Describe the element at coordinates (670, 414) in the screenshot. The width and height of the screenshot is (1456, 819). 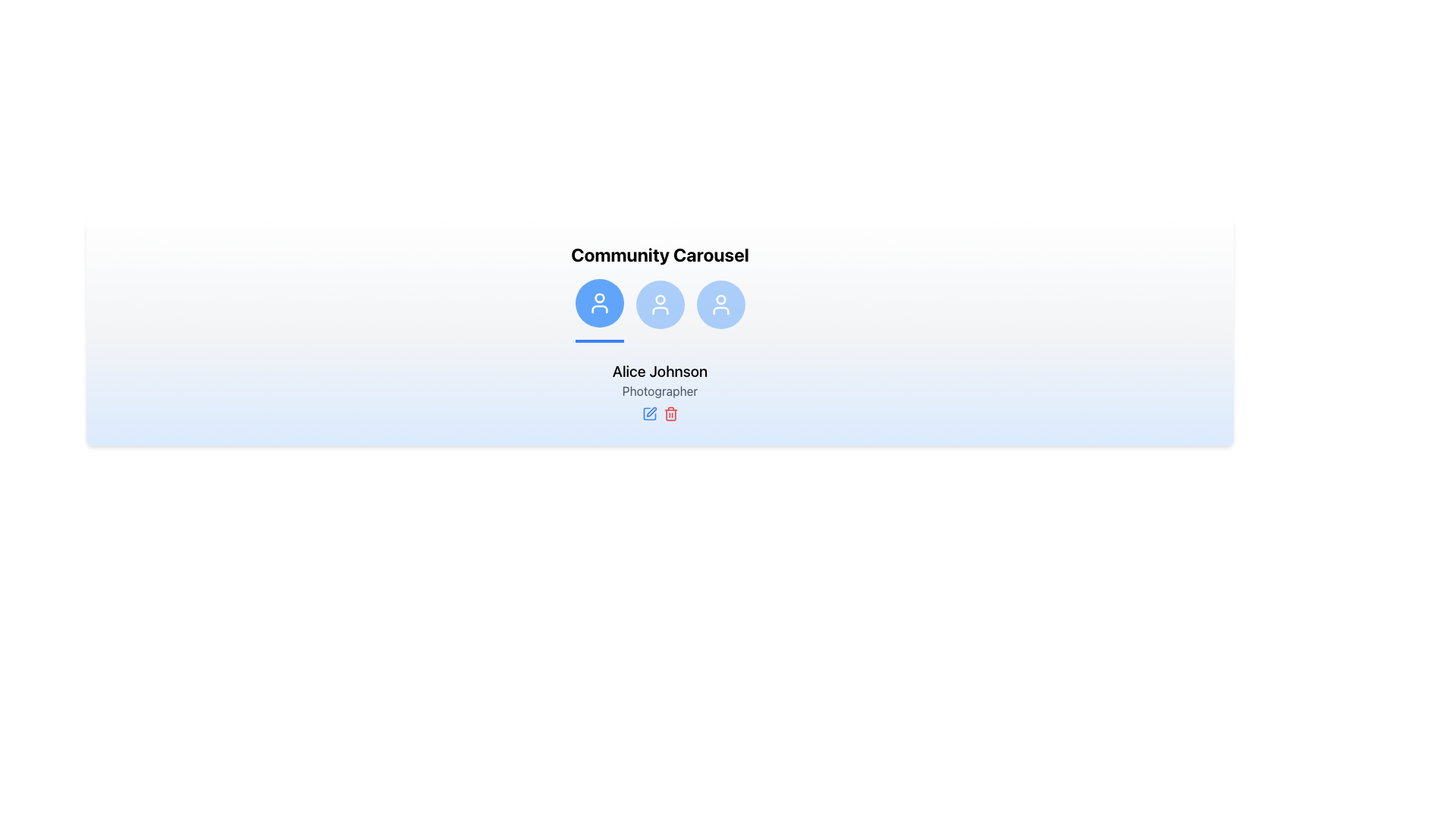
I see `the red trash can icon button located to the right of the blue pen icon, which is positioned below the text 'Alice Johnson Photographer', to invoke the delete functionality` at that location.